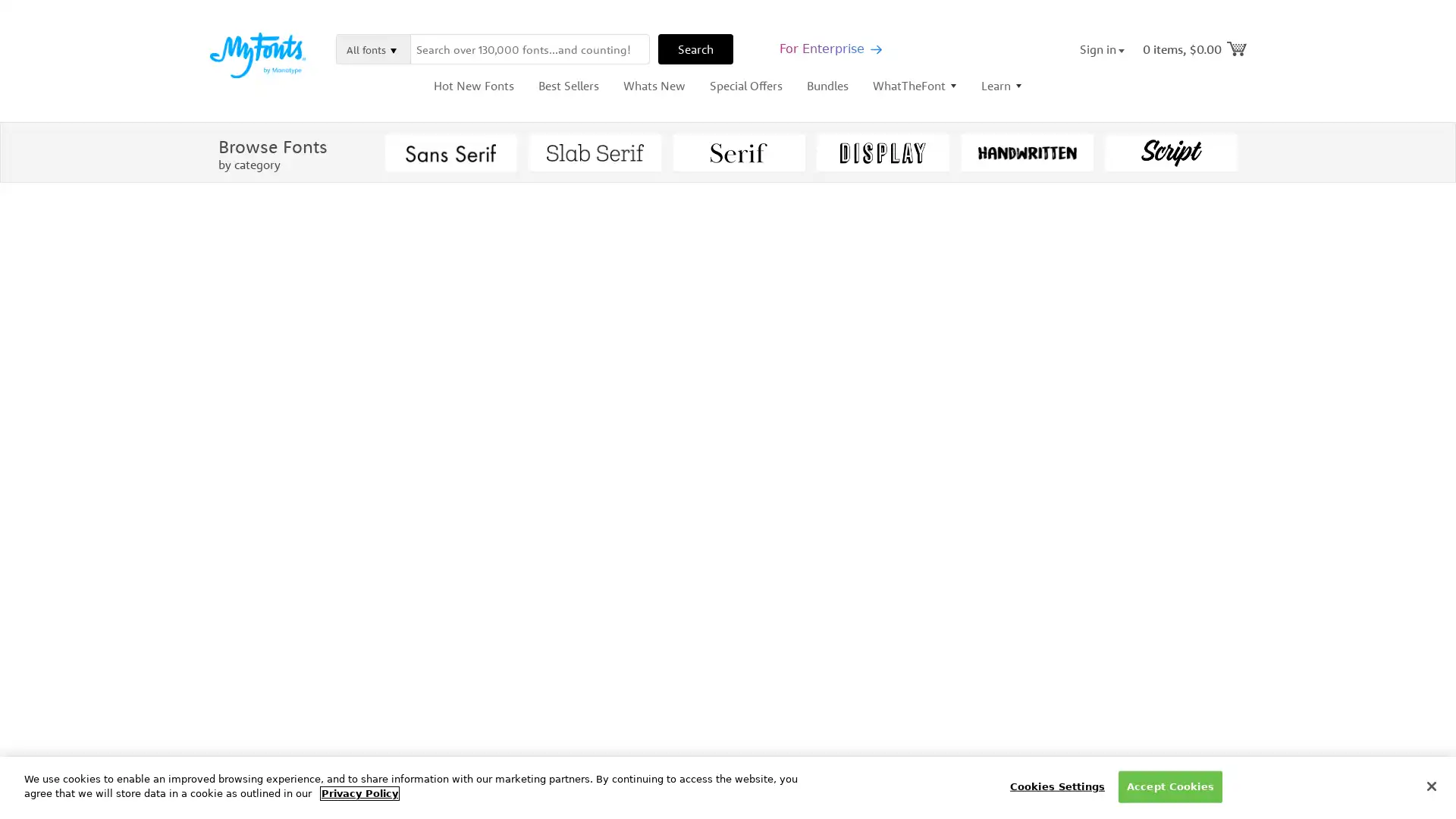 This screenshot has height=819, width=1456. What do you see at coordinates (920, 461) in the screenshot?
I see `Select Color` at bounding box center [920, 461].